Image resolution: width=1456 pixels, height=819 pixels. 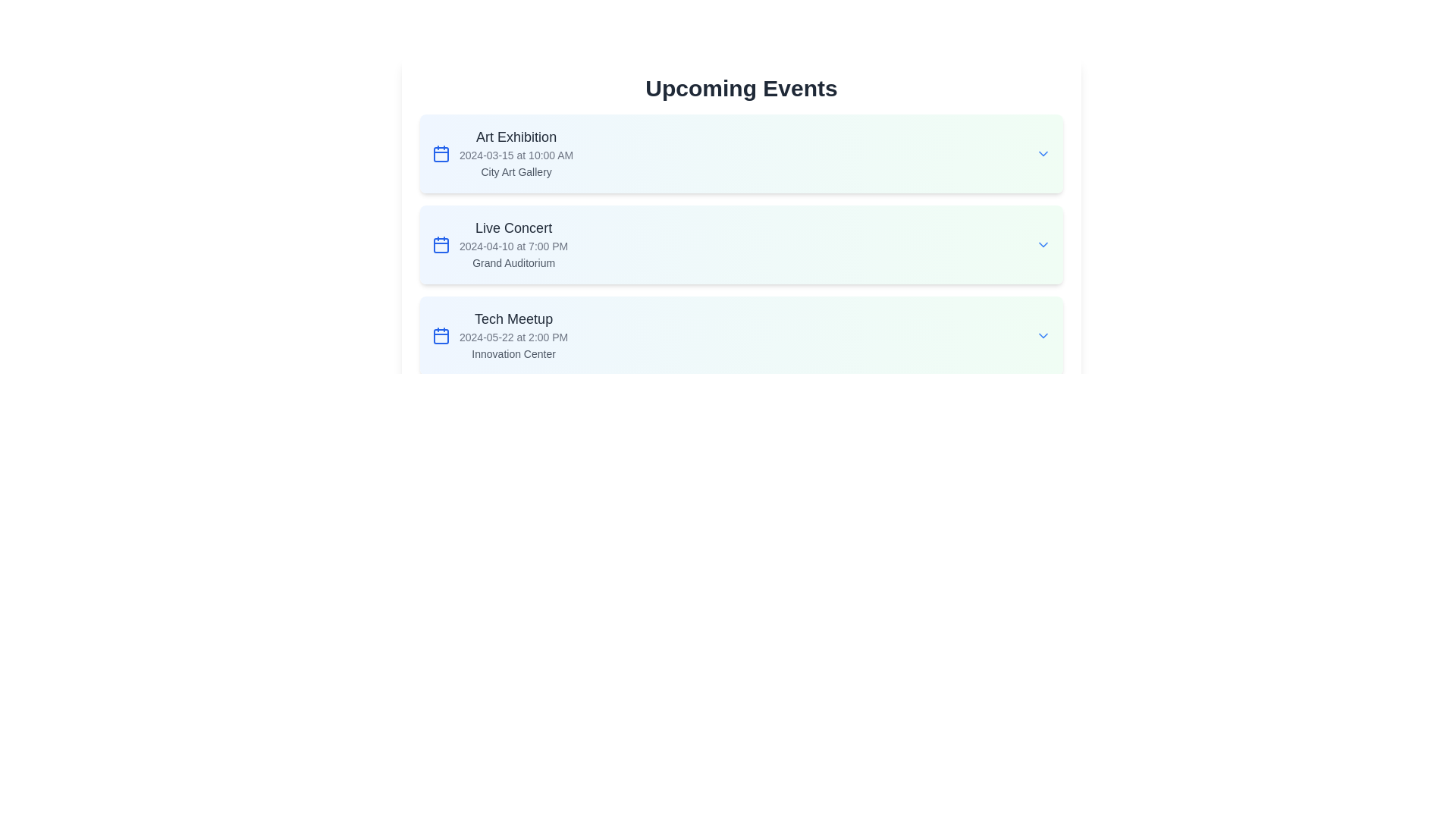 I want to click on the Text display block that provides the title, date, time, and venue of the event, located below the 'Upcoming Events' header and above the 'Live Concert' item, so click(x=516, y=154).